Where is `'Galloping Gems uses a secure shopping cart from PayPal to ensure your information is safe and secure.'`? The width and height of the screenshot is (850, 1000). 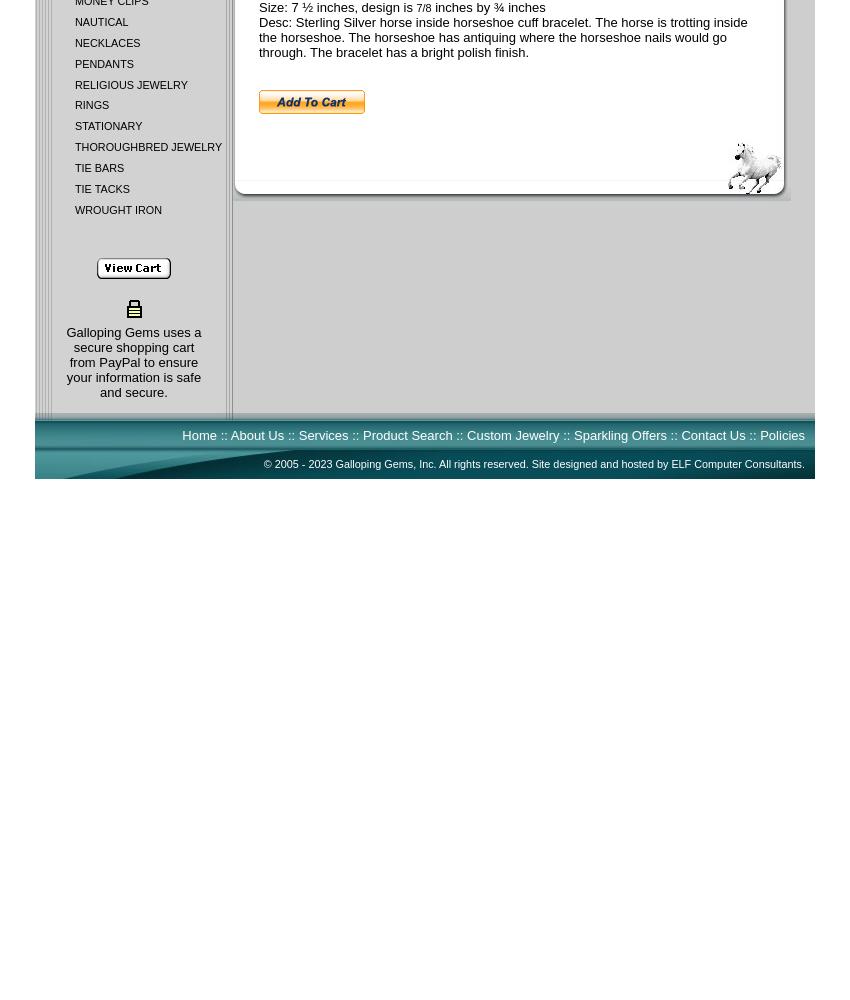
'Galloping Gems uses a secure shopping cart from PayPal to ensure your information is safe and secure.' is located at coordinates (133, 361).